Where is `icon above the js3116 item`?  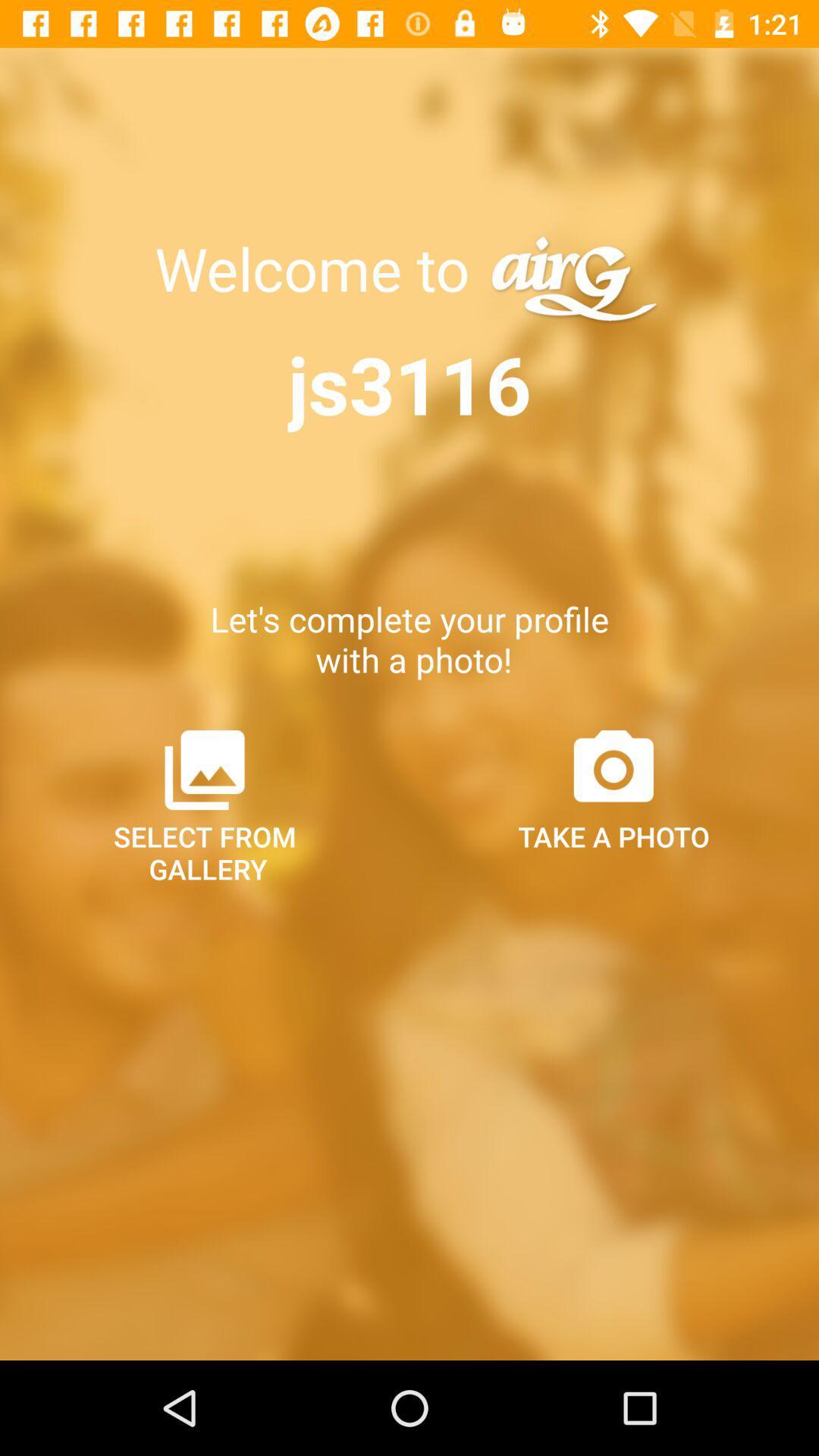 icon above the js3116 item is located at coordinates (318, 268).